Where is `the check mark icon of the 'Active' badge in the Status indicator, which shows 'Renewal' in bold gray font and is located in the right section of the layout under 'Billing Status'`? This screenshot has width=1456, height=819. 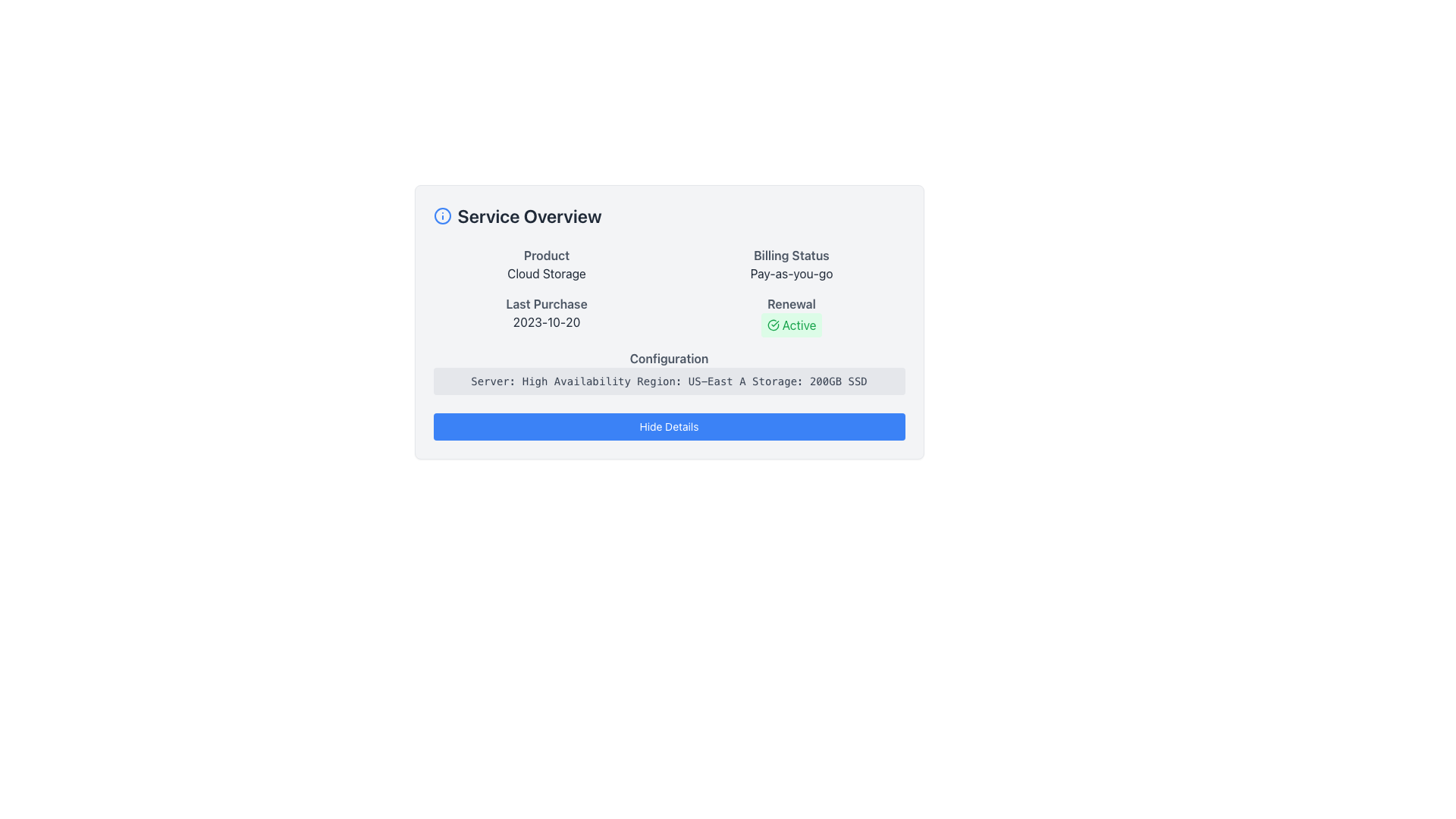 the check mark icon of the 'Active' badge in the Status indicator, which shows 'Renewal' in bold gray font and is located in the right section of the layout under 'Billing Status' is located at coordinates (790, 315).